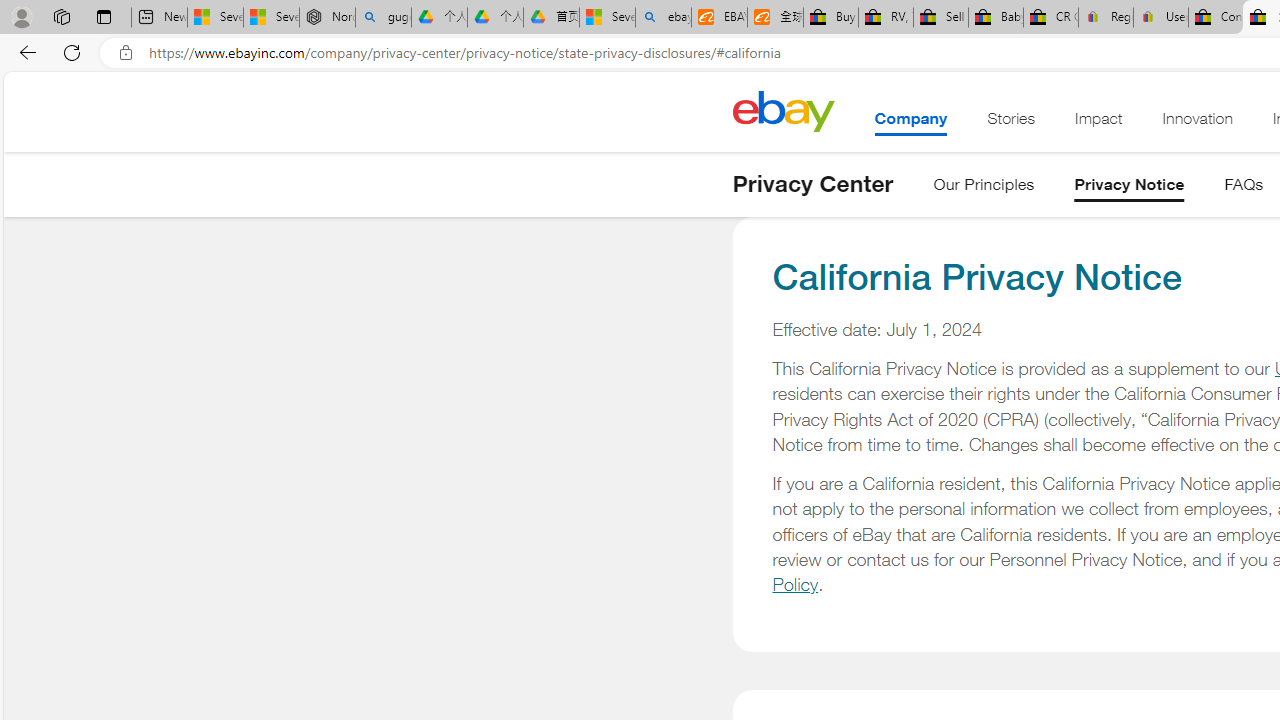 The height and width of the screenshot is (720, 1280). I want to click on 'Consumer Health Data Privacy Policy - eBay Inc.', so click(1215, 17).